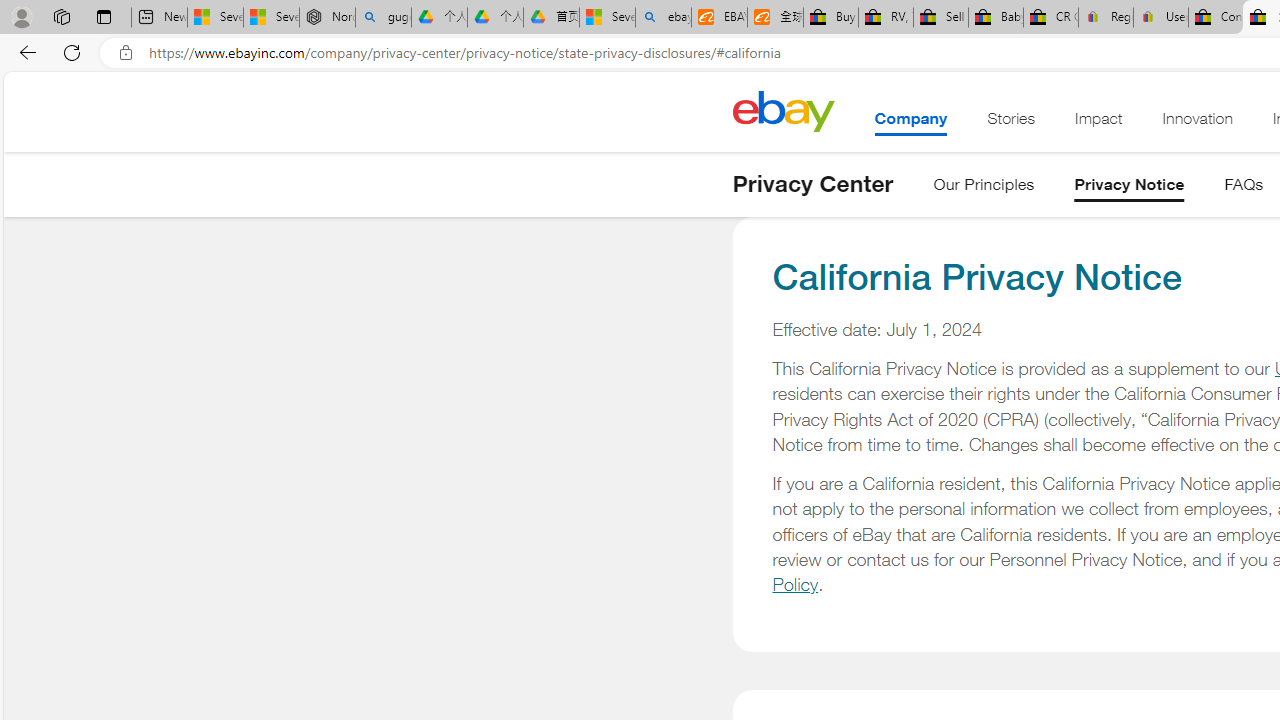 The height and width of the screenshot is (720, 1280). I want to click on 'Consumer Health Data Privacy Policy - eBay Inc.', so click(1215, 17).